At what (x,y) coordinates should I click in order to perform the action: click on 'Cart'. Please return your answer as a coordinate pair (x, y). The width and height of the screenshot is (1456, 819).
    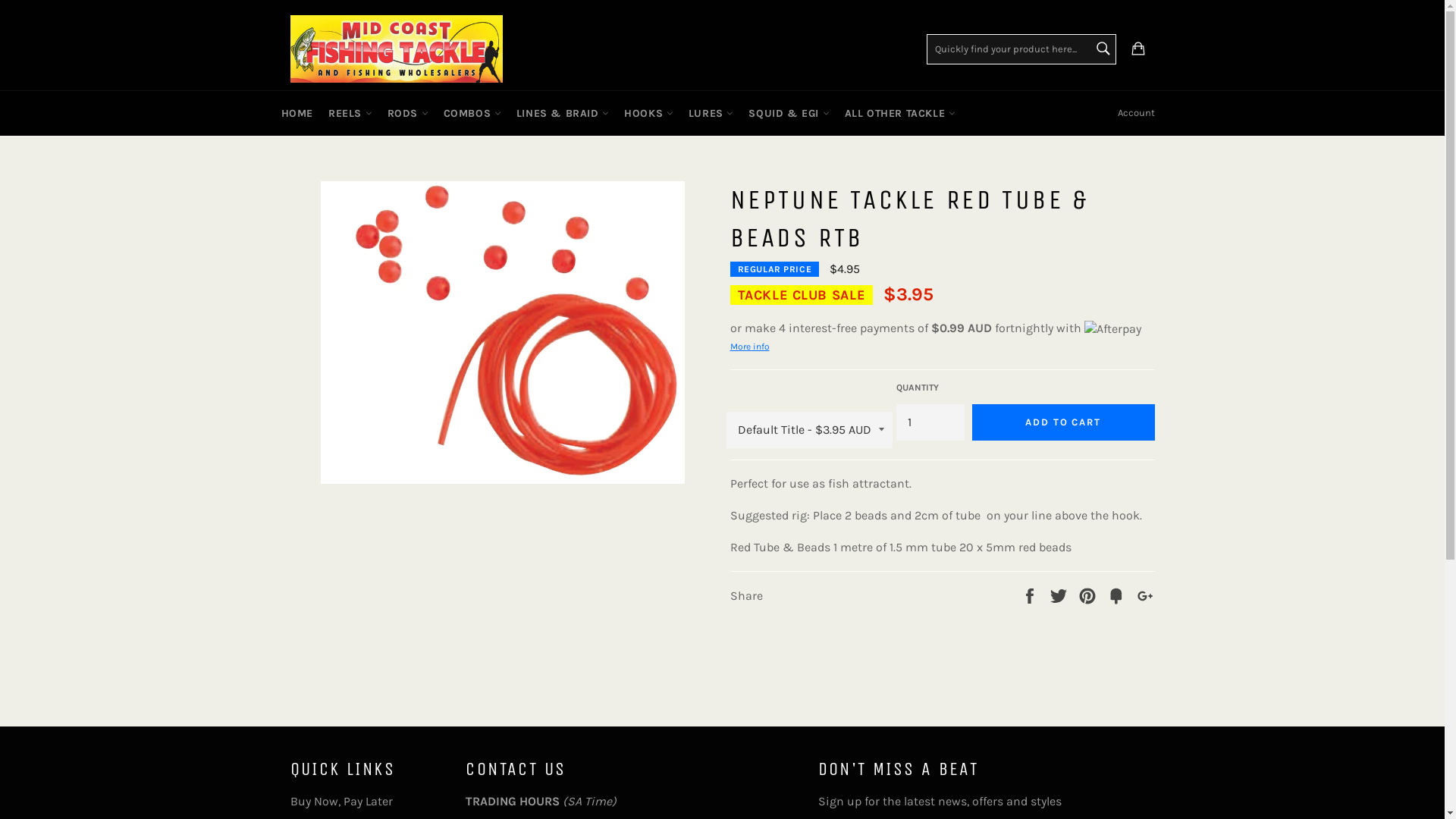
    Looking at the image, I should click on (1138, 48).